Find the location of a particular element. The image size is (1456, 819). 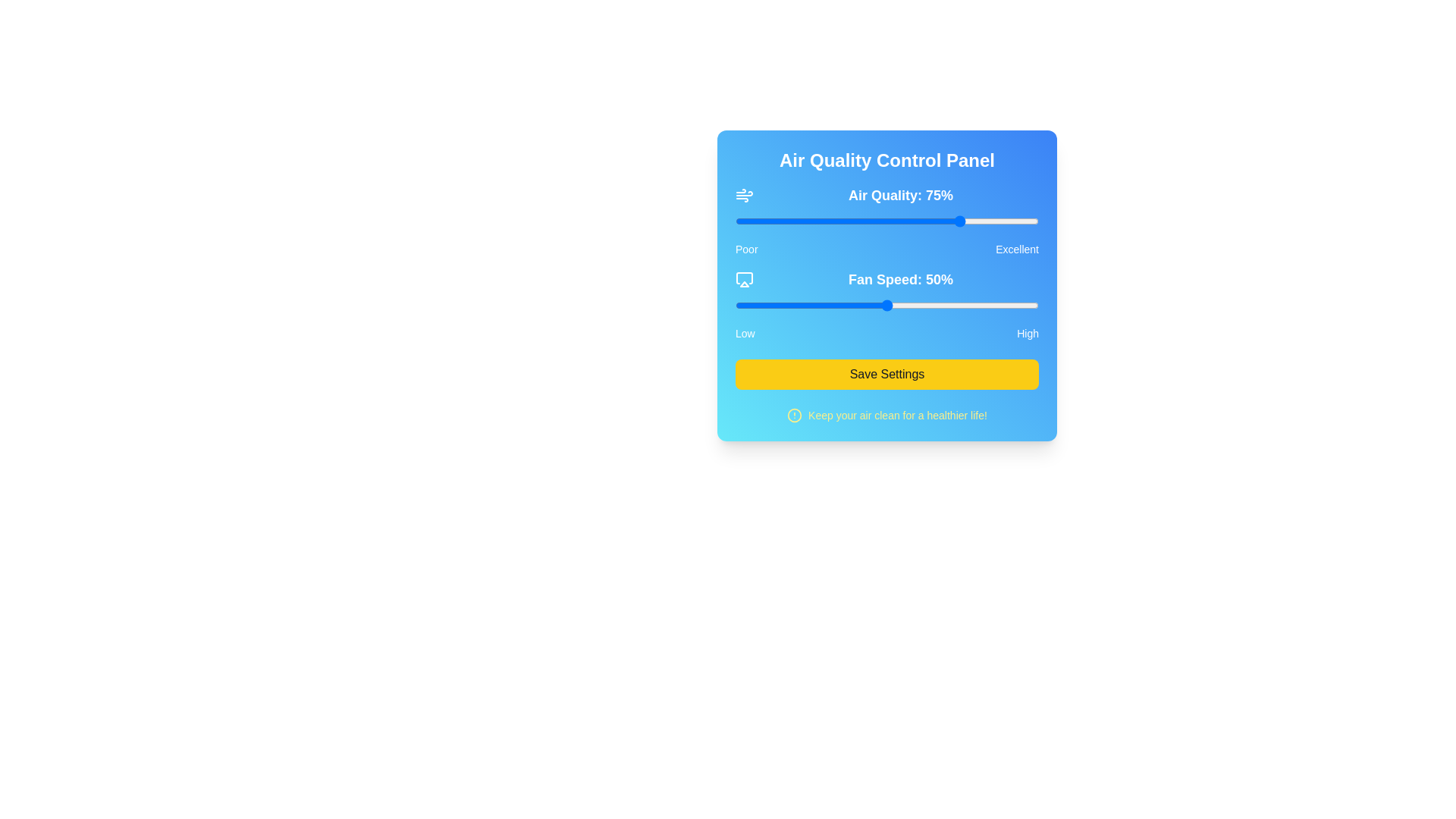

the slider control for 'Fan Speed: 50%' to set a specific value is located at coordinates (887, 305).